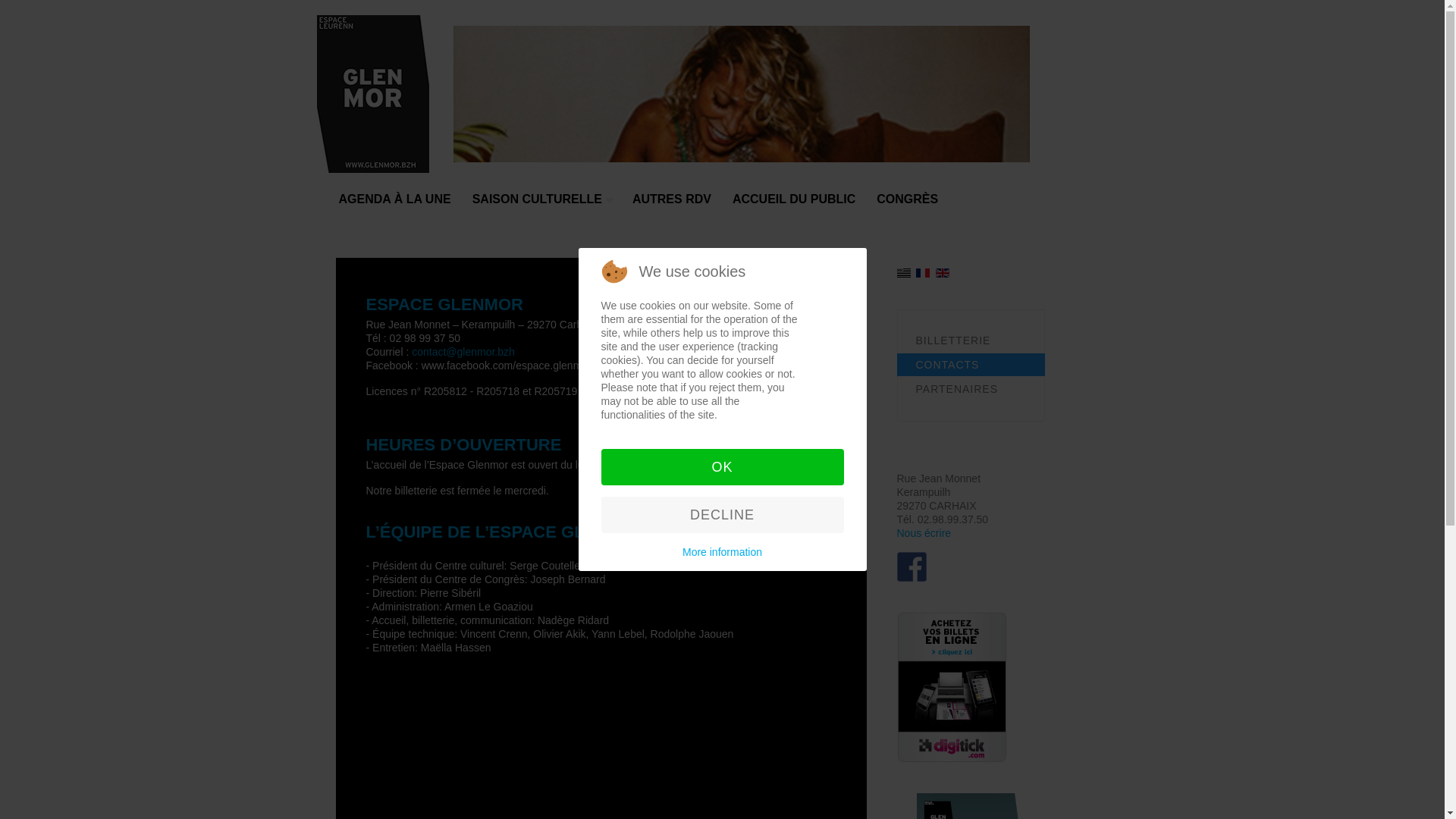 The width and height of the screenshot is (1456, 819). Describe the element at coordinates (682, 552) in the screenshot. I see `'More information'` at that location.